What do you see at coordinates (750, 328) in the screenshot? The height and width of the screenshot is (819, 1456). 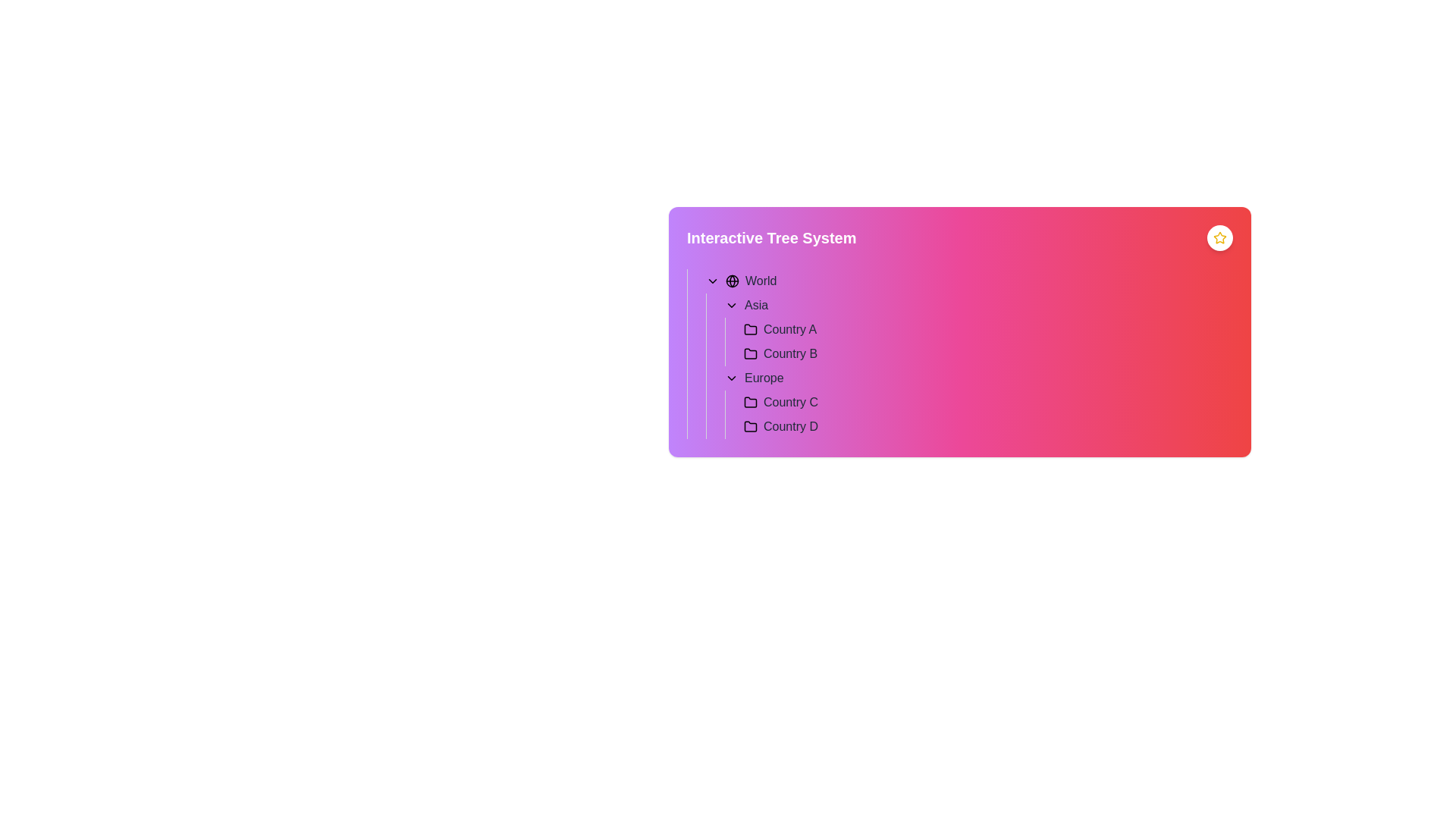 I see `the folder icon representing 'Country A' under the 'Asia' category to expand or collapse it` at bounding box center [750, 328].